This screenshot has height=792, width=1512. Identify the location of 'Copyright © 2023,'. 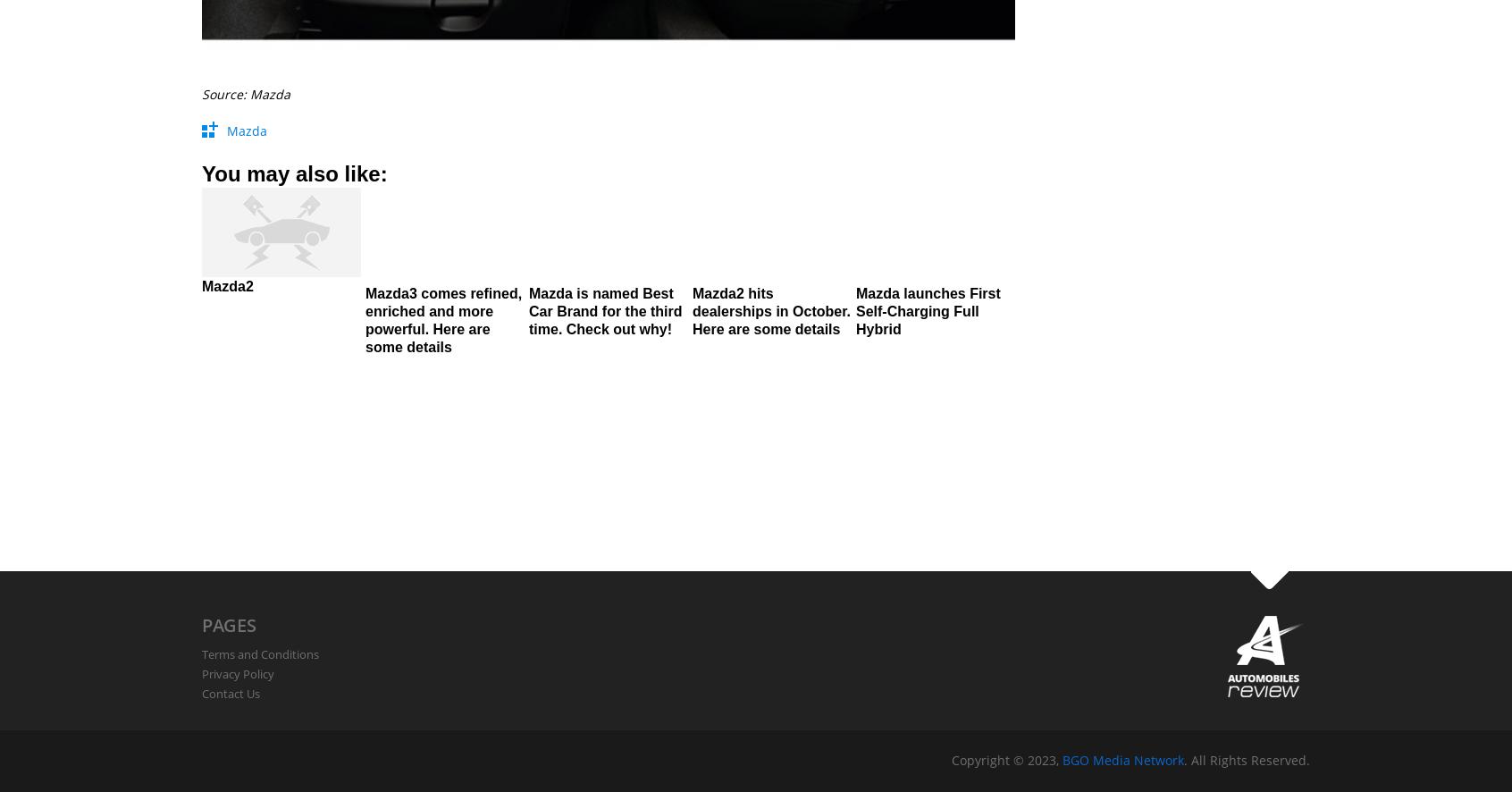
(1007, 758).